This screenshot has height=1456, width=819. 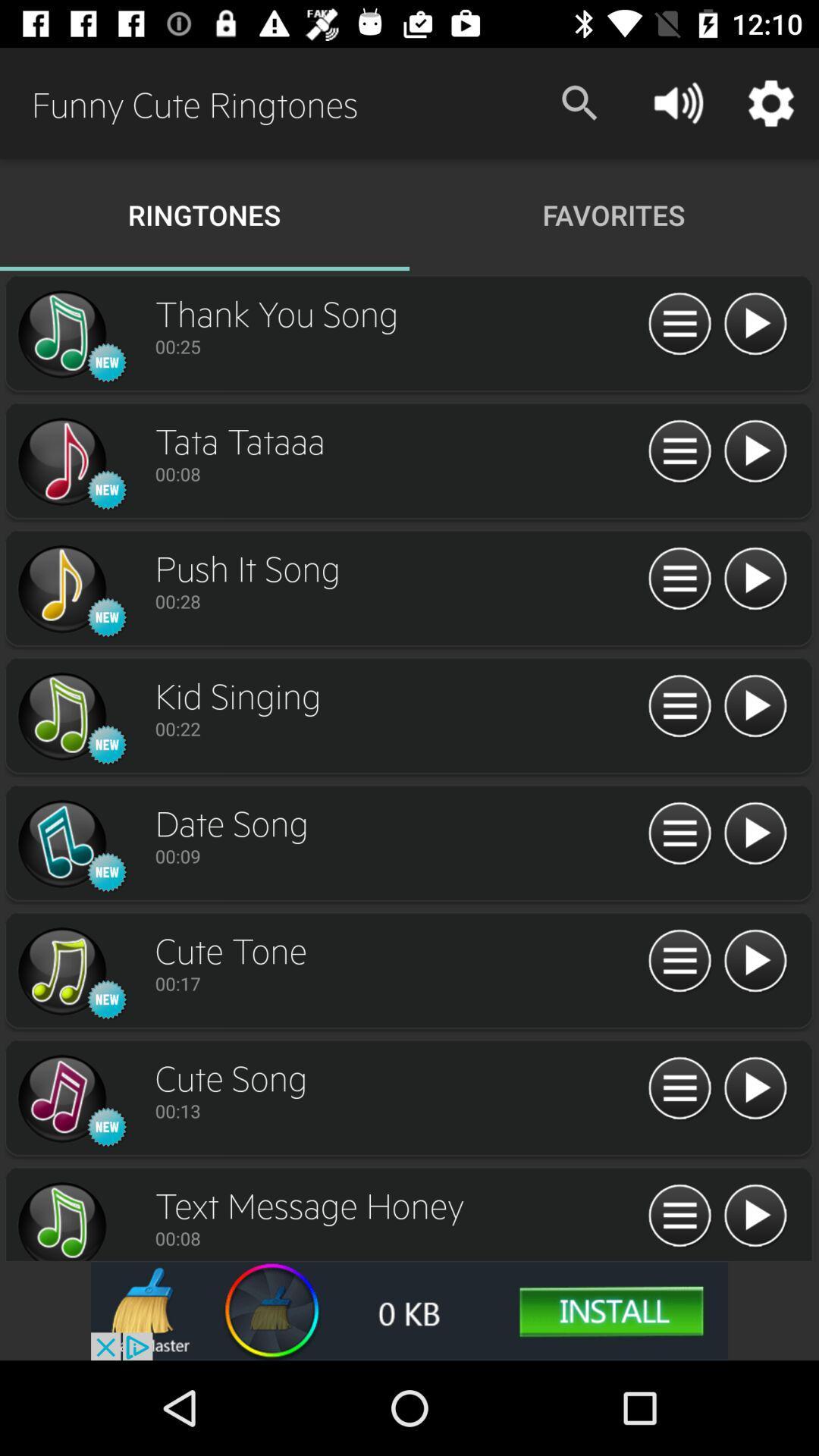 I want to click on song options dropdown list, so click(x=679, y=1088).